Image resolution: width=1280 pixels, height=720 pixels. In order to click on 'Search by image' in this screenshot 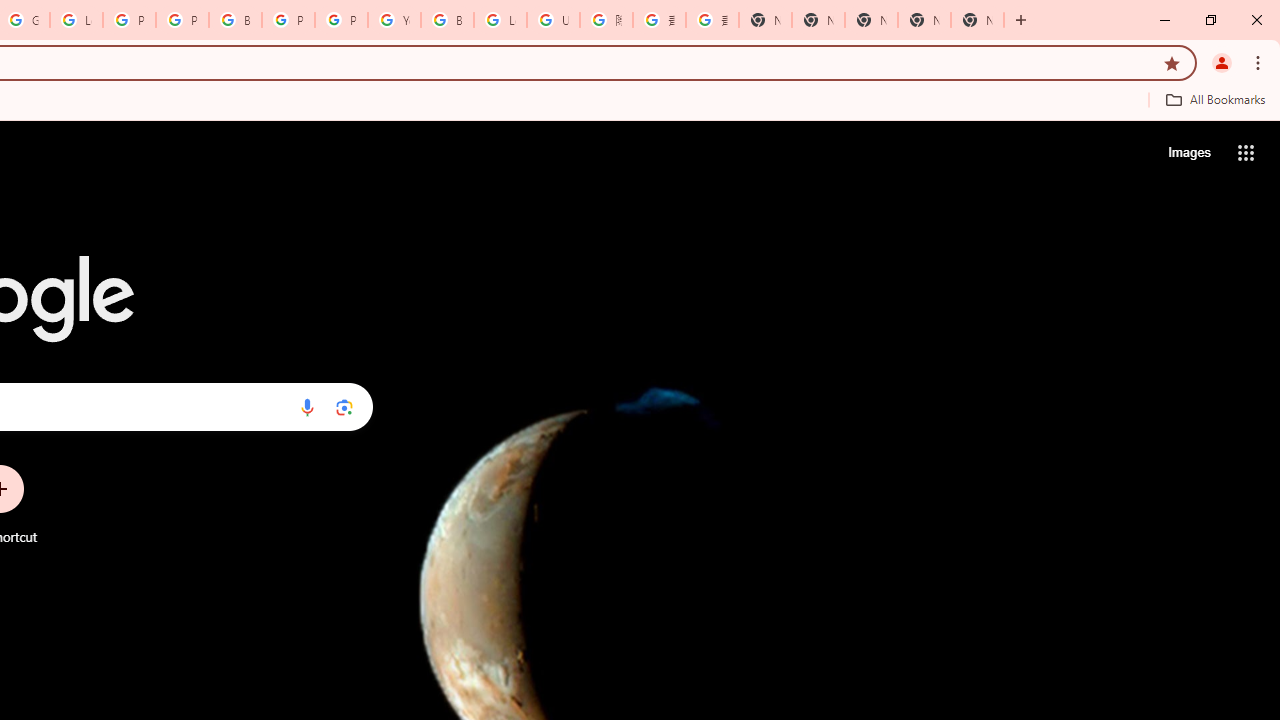, I will do `click(344, 406)`.